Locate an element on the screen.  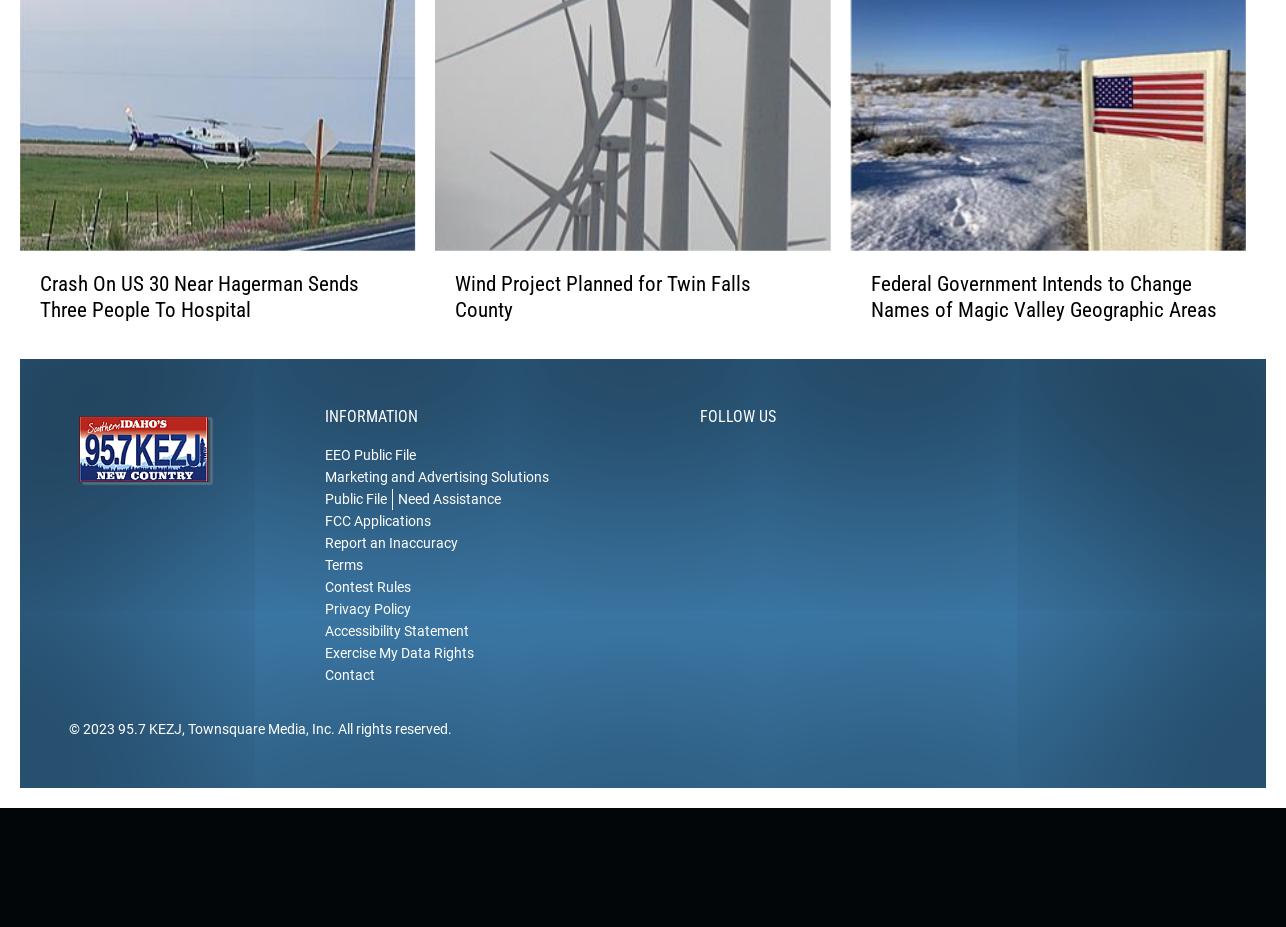
'Wind Project Planned for Twin Falls County' is located at coordinates (602, 326).